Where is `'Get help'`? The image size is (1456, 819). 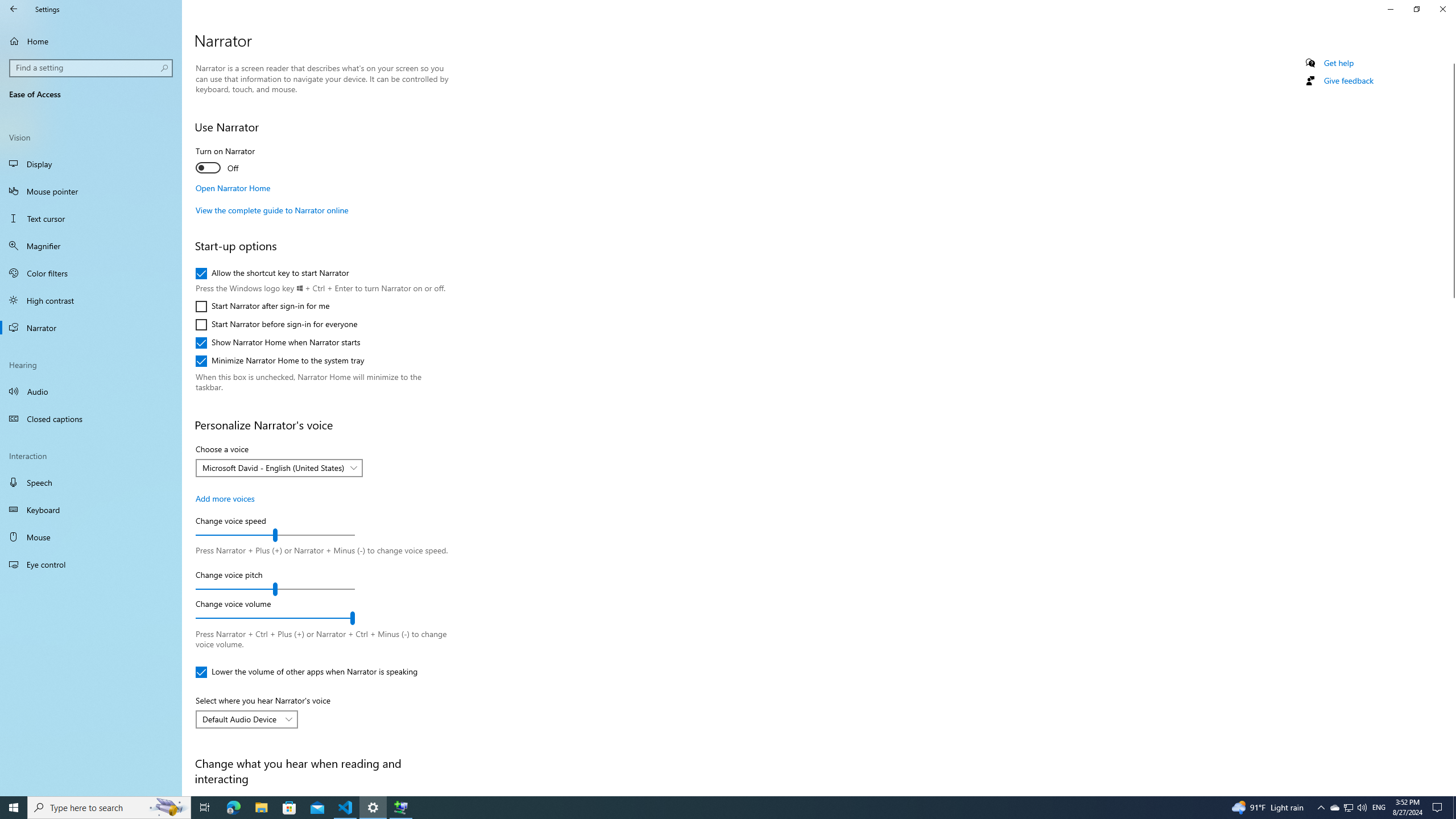
'Get help' is located at coordinates (1338, 63).